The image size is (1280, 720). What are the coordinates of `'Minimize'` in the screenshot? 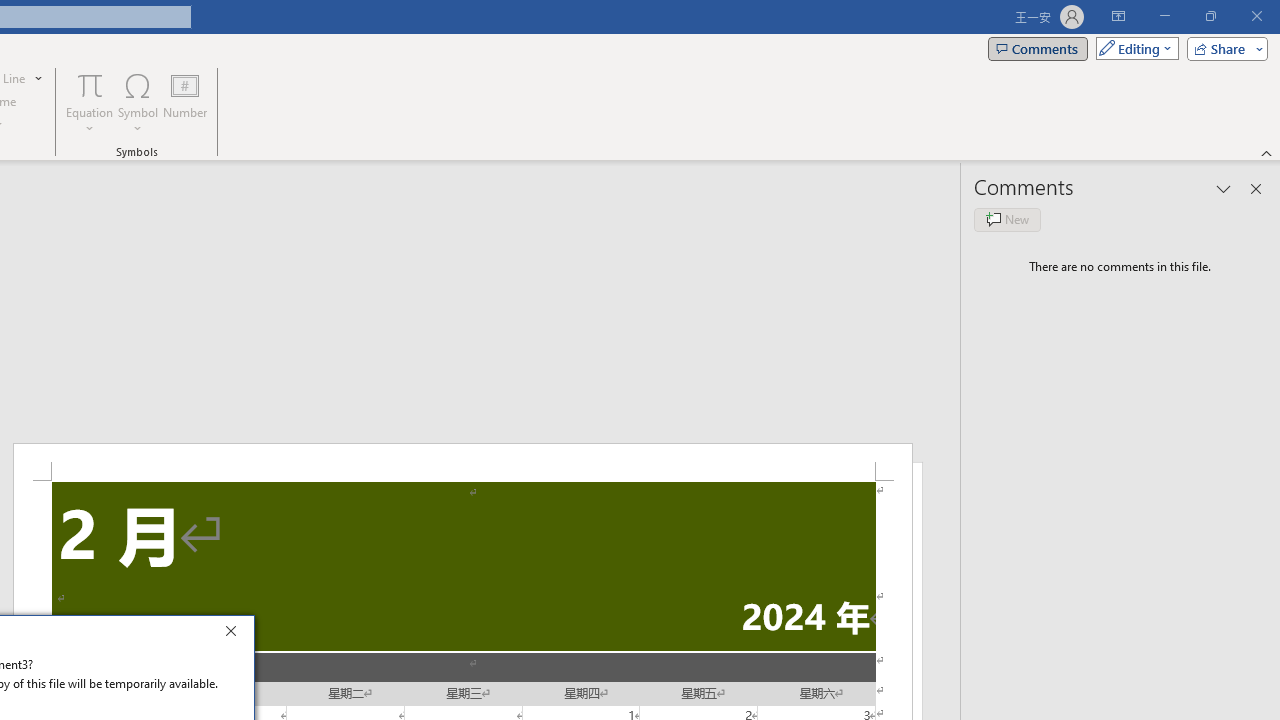 It's located at (1164, 16).